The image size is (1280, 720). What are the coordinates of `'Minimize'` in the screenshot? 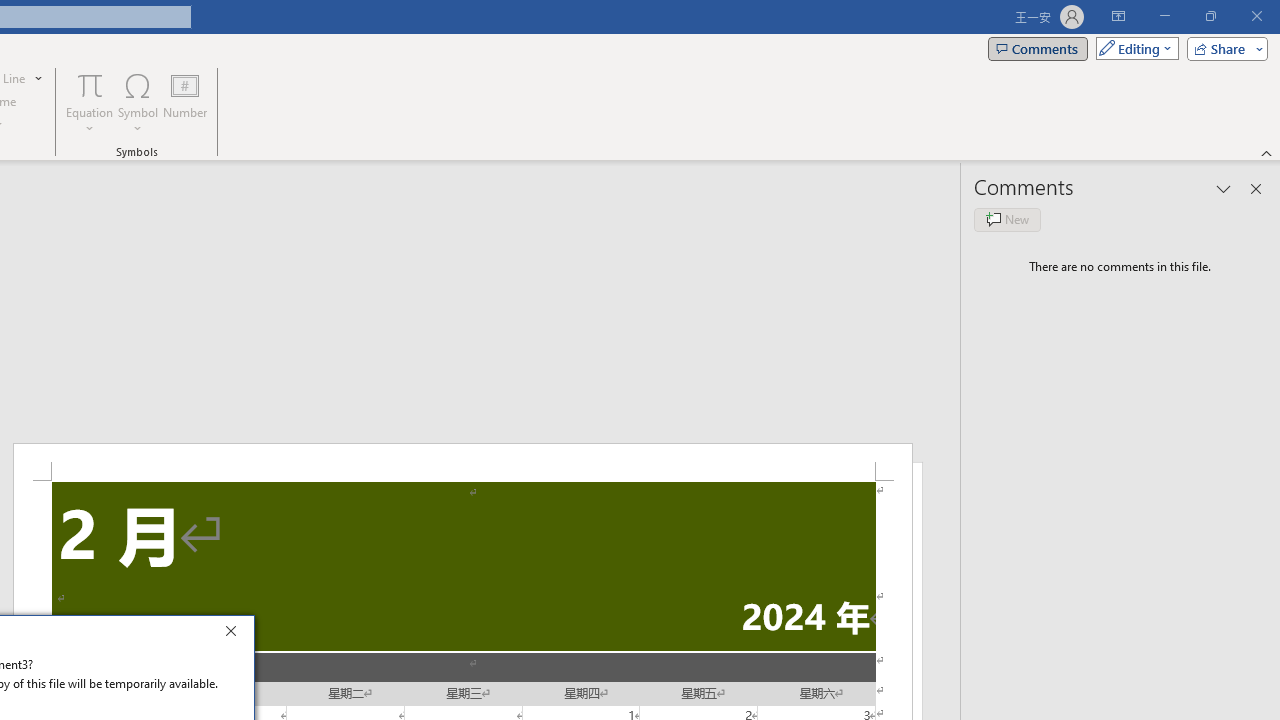 It's located at (1164, 16).